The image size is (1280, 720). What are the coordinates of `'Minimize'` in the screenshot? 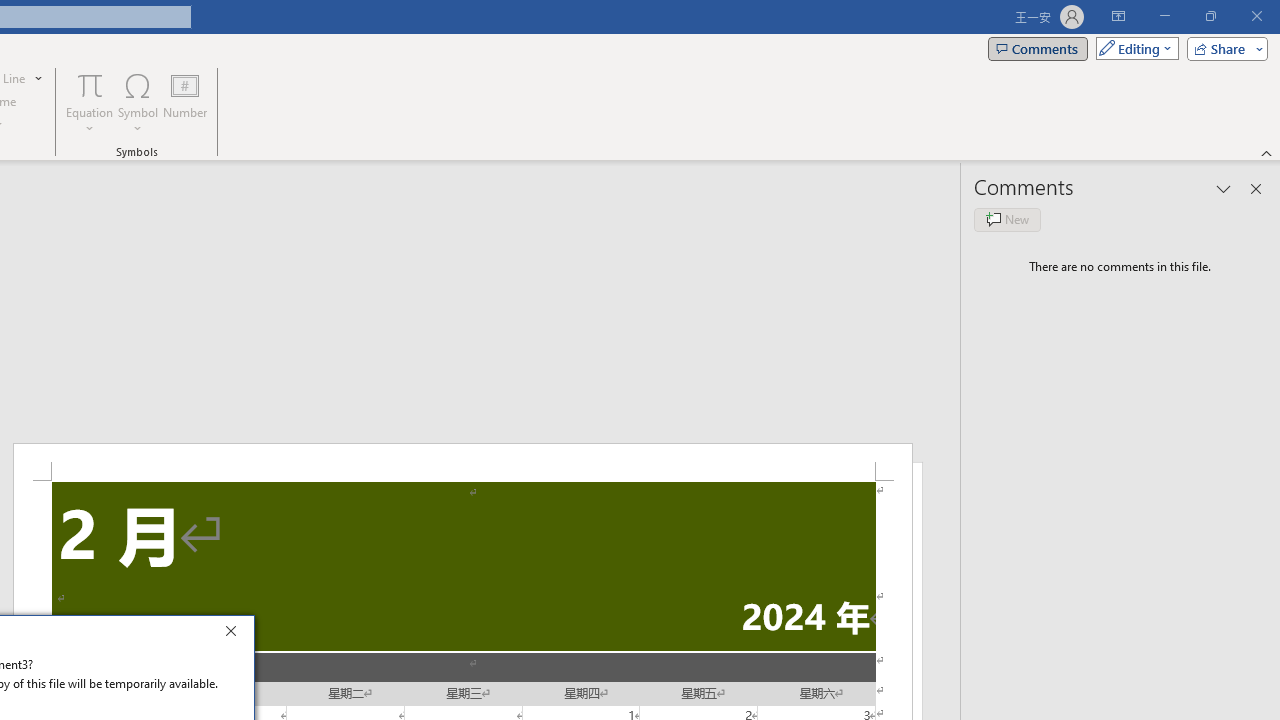 It's located at (1164, 16).